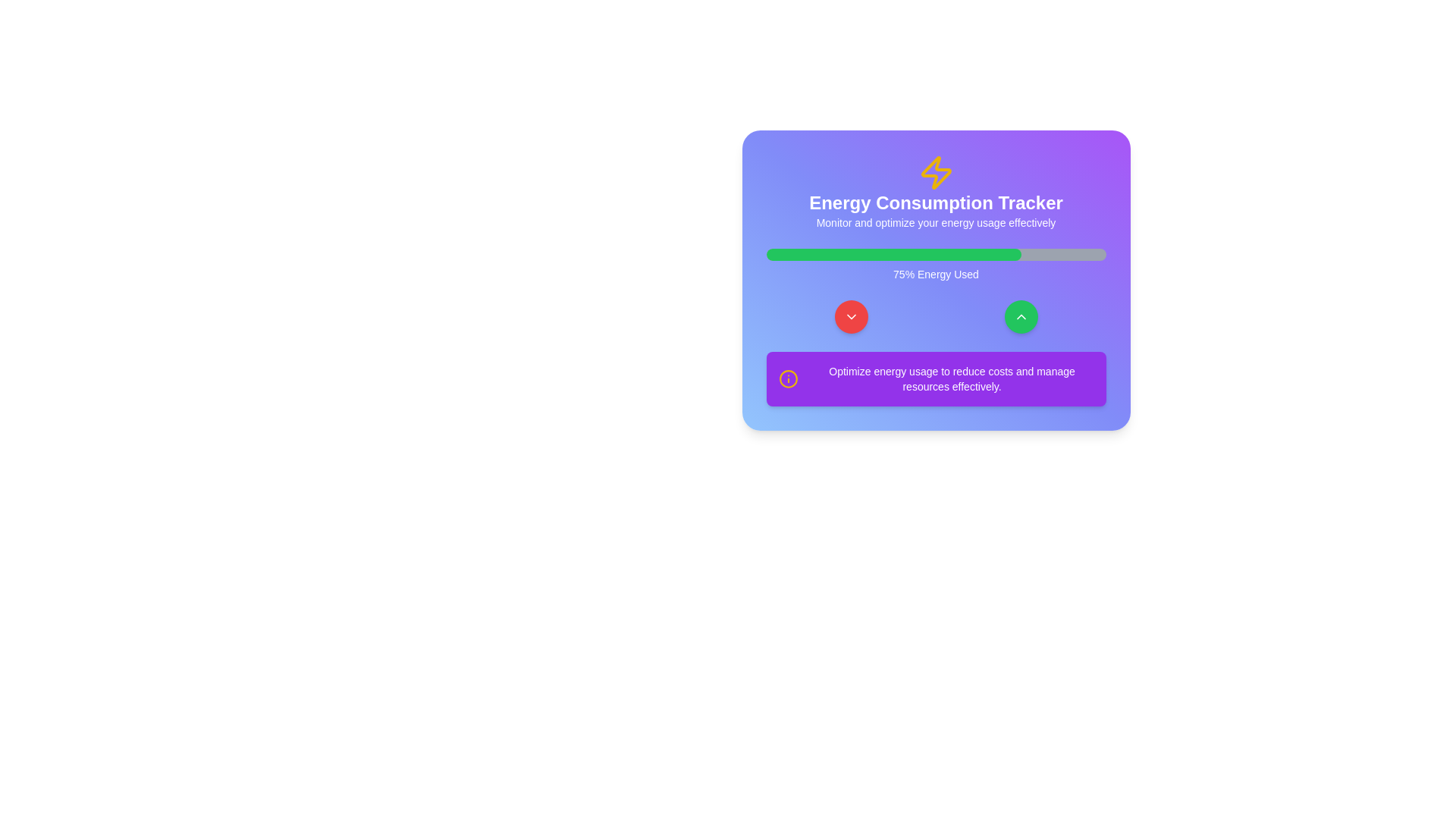  I want to click on the interactive button in the button group located near the lower half of the card component, positioned between the progress bar and the purple informational box, so click(935, 315).